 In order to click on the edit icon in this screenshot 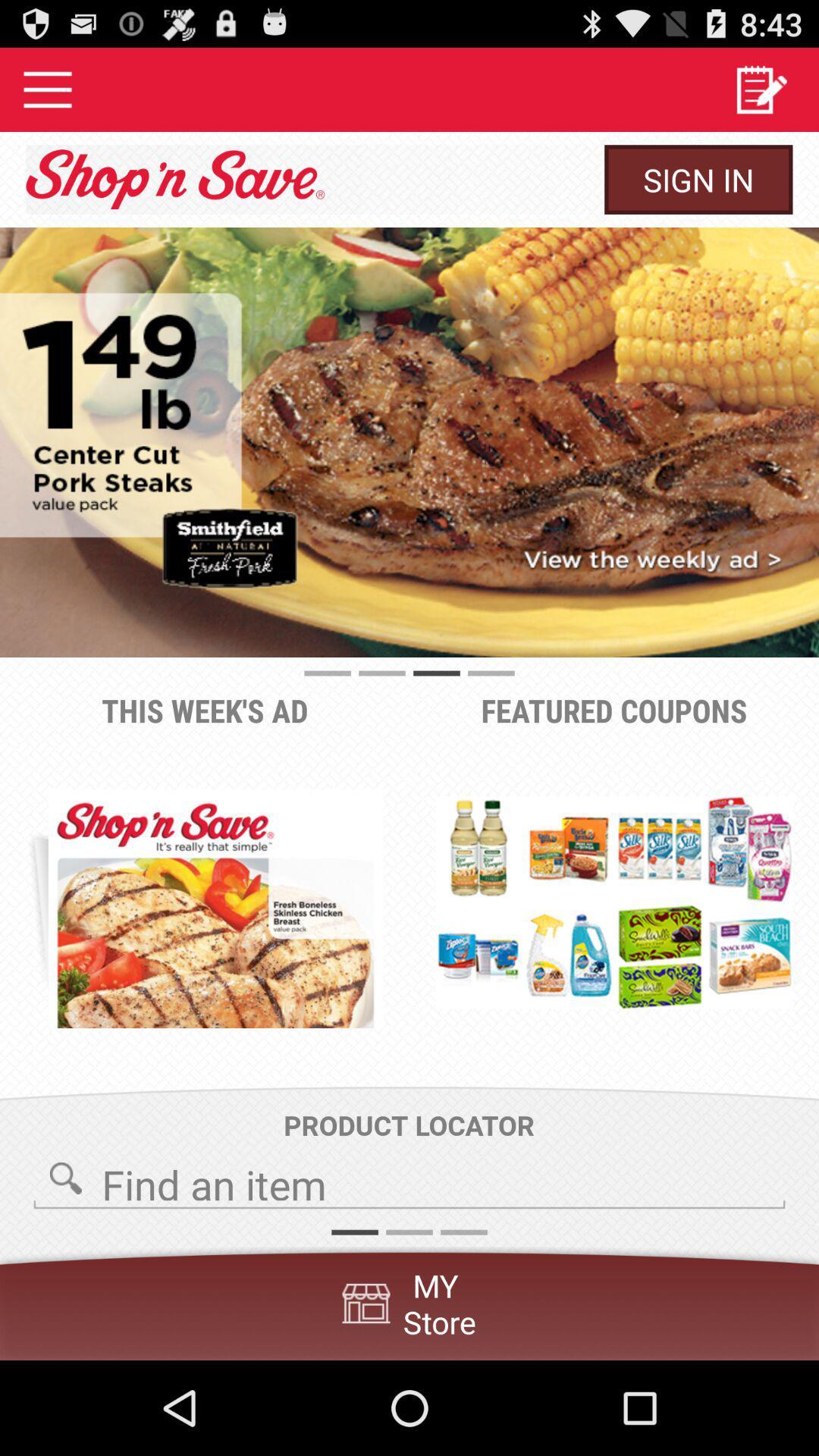, I will do `click(761, 95)`.